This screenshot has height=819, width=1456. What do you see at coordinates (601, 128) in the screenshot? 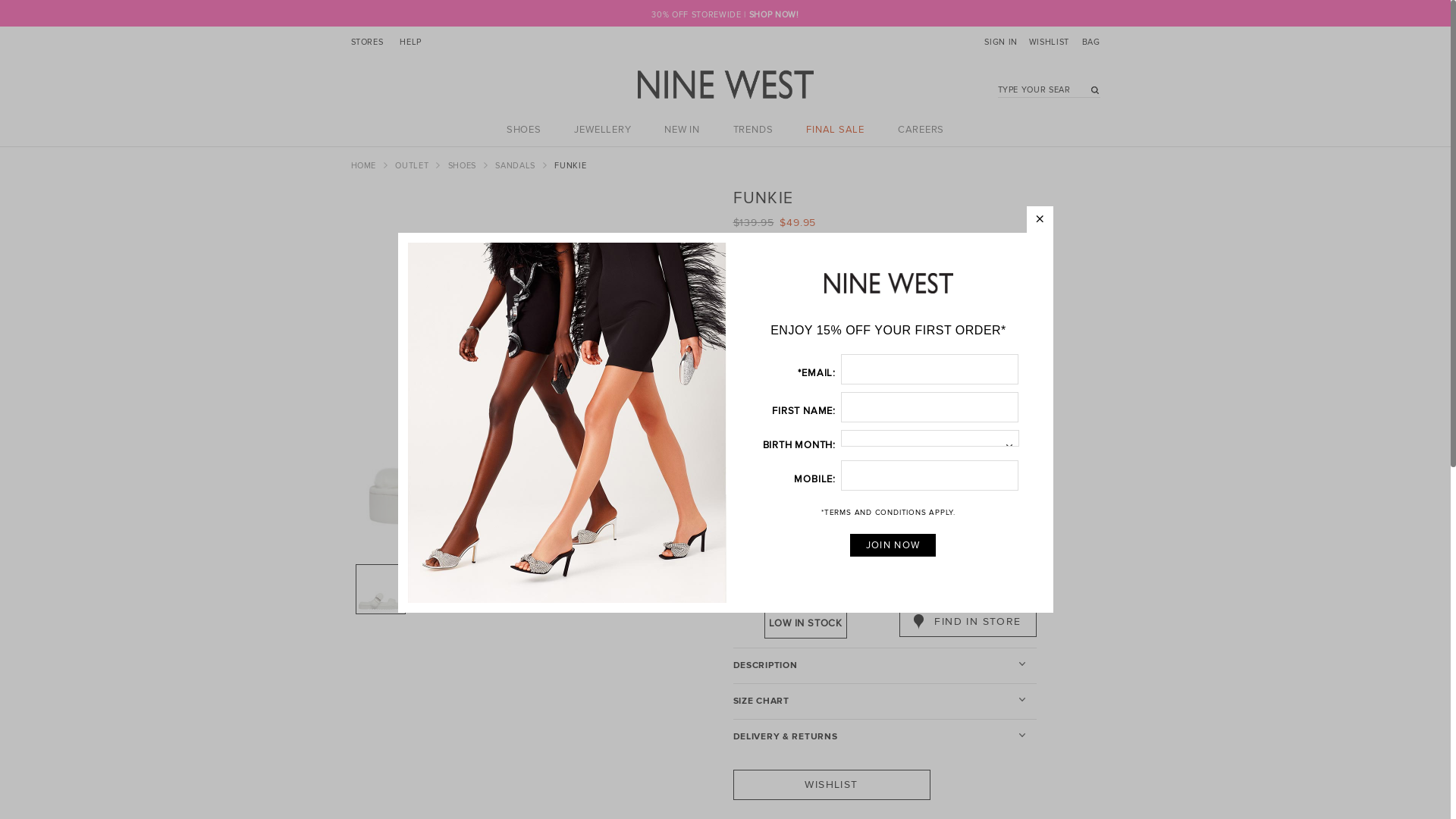
I see `'JEWELLERY'` at bounding box center [601, 128].